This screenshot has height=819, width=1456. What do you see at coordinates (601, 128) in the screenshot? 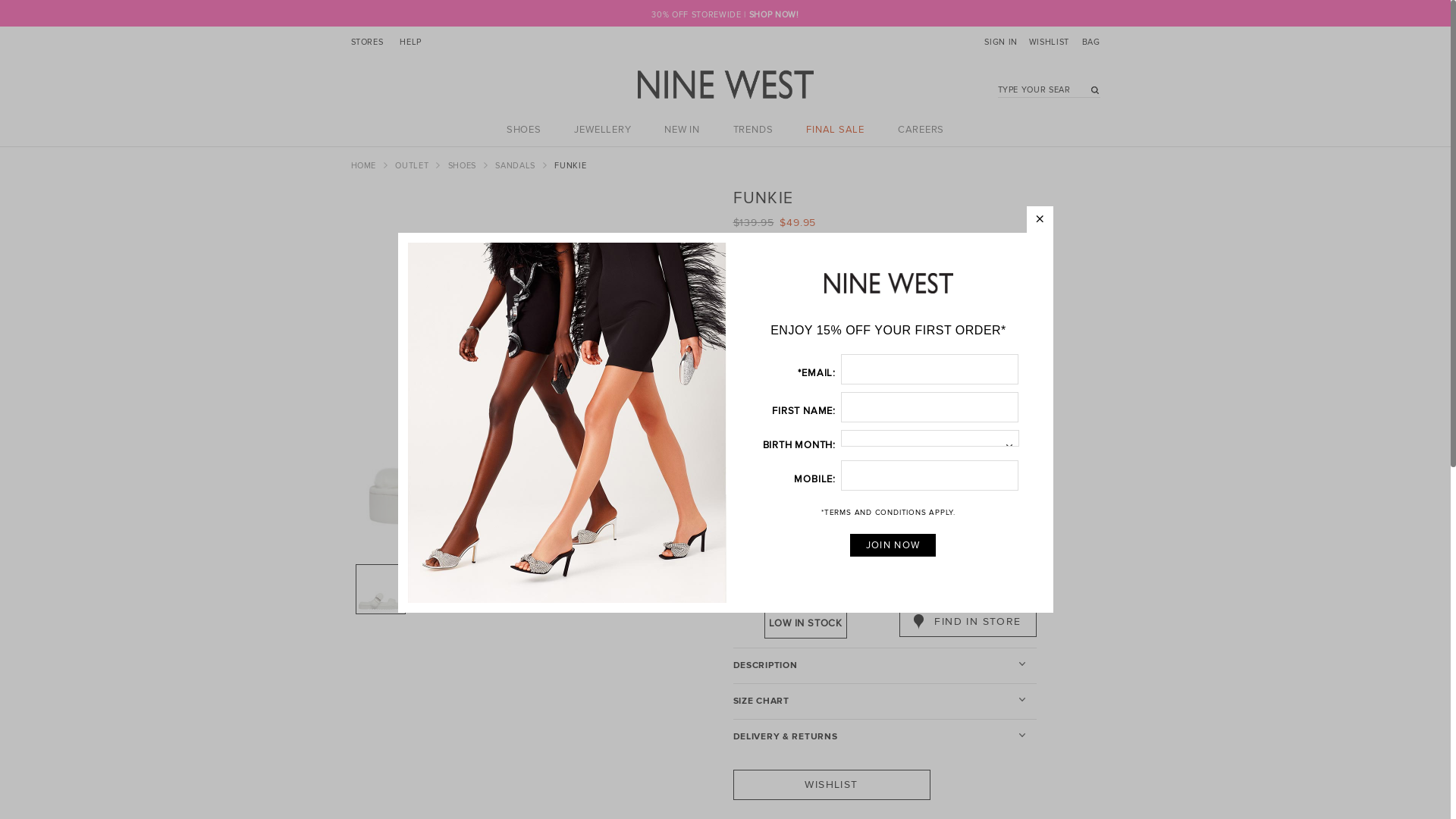
I see `'JEWELLERY'` at bounding box center [601, 128].